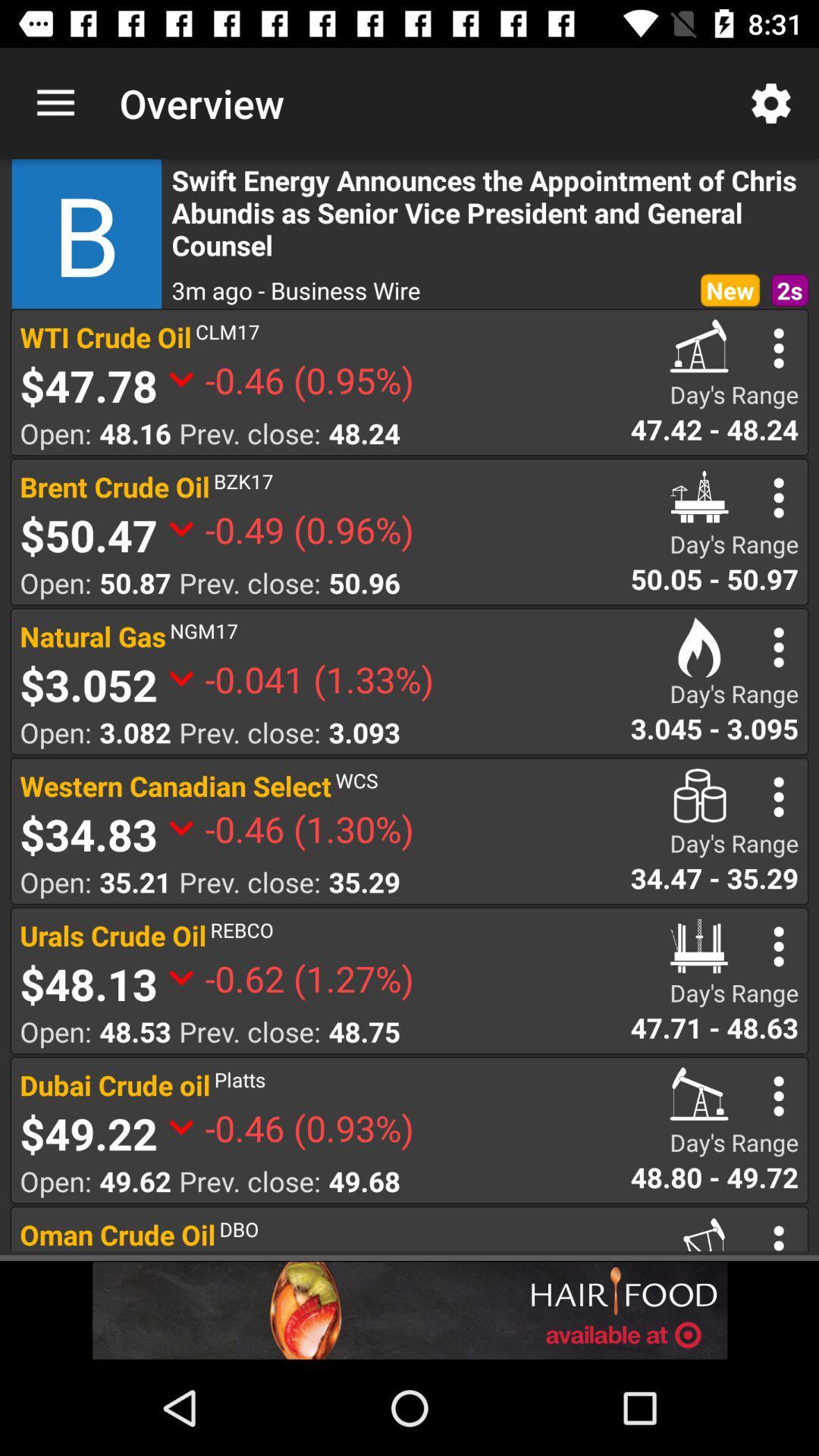 Image resolution: width=819 pixels, height=1456 pixels. I want to click on more information, so click(779, 347).